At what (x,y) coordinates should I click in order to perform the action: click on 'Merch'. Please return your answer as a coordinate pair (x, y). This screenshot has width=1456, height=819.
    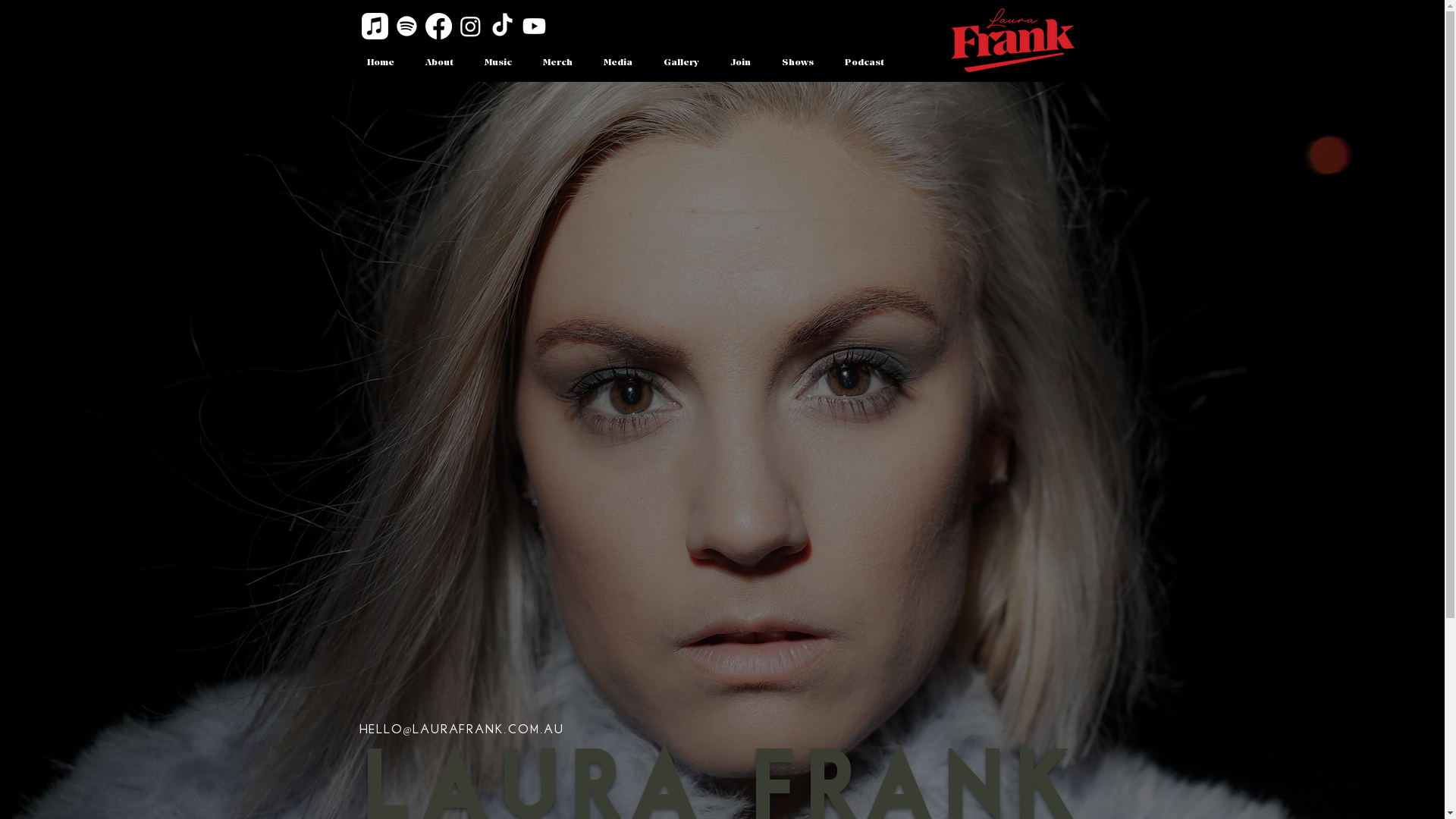
    Looking at the image, I should click on (557, 62).